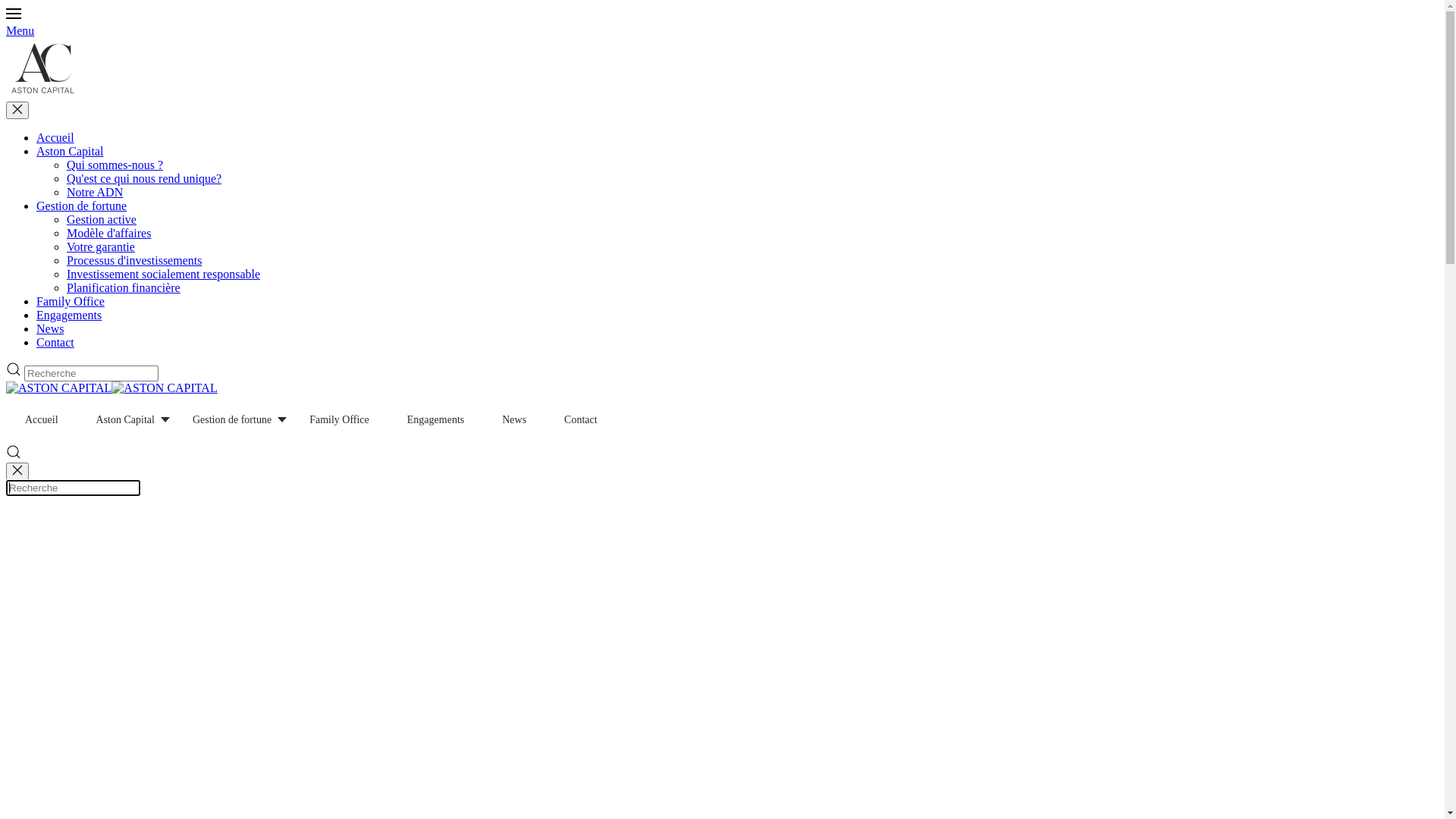  I want to click on 'Aston Capital', so click(68, 151).